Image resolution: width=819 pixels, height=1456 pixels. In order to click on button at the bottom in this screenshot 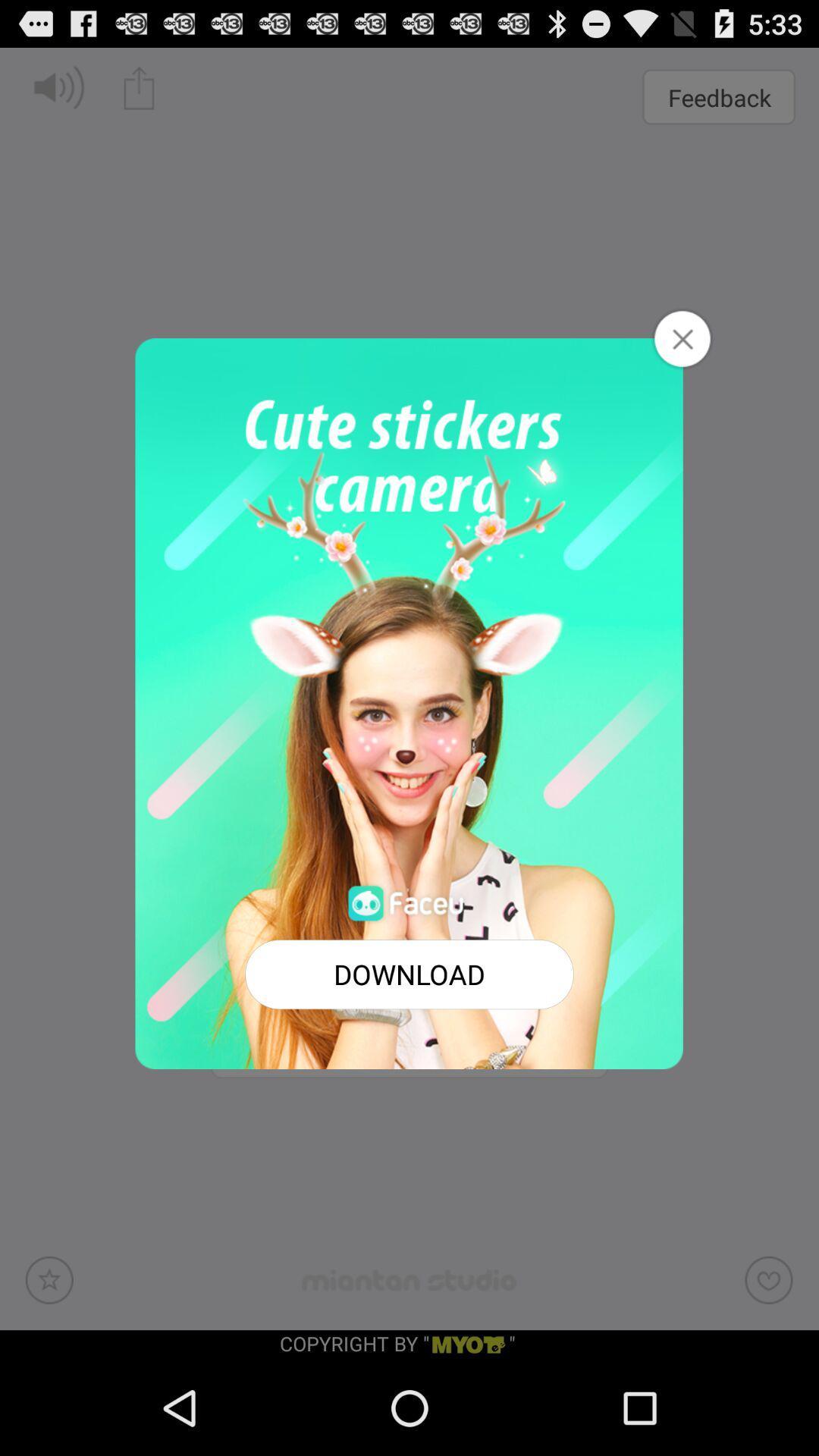, I will do `click(409, 974)`.